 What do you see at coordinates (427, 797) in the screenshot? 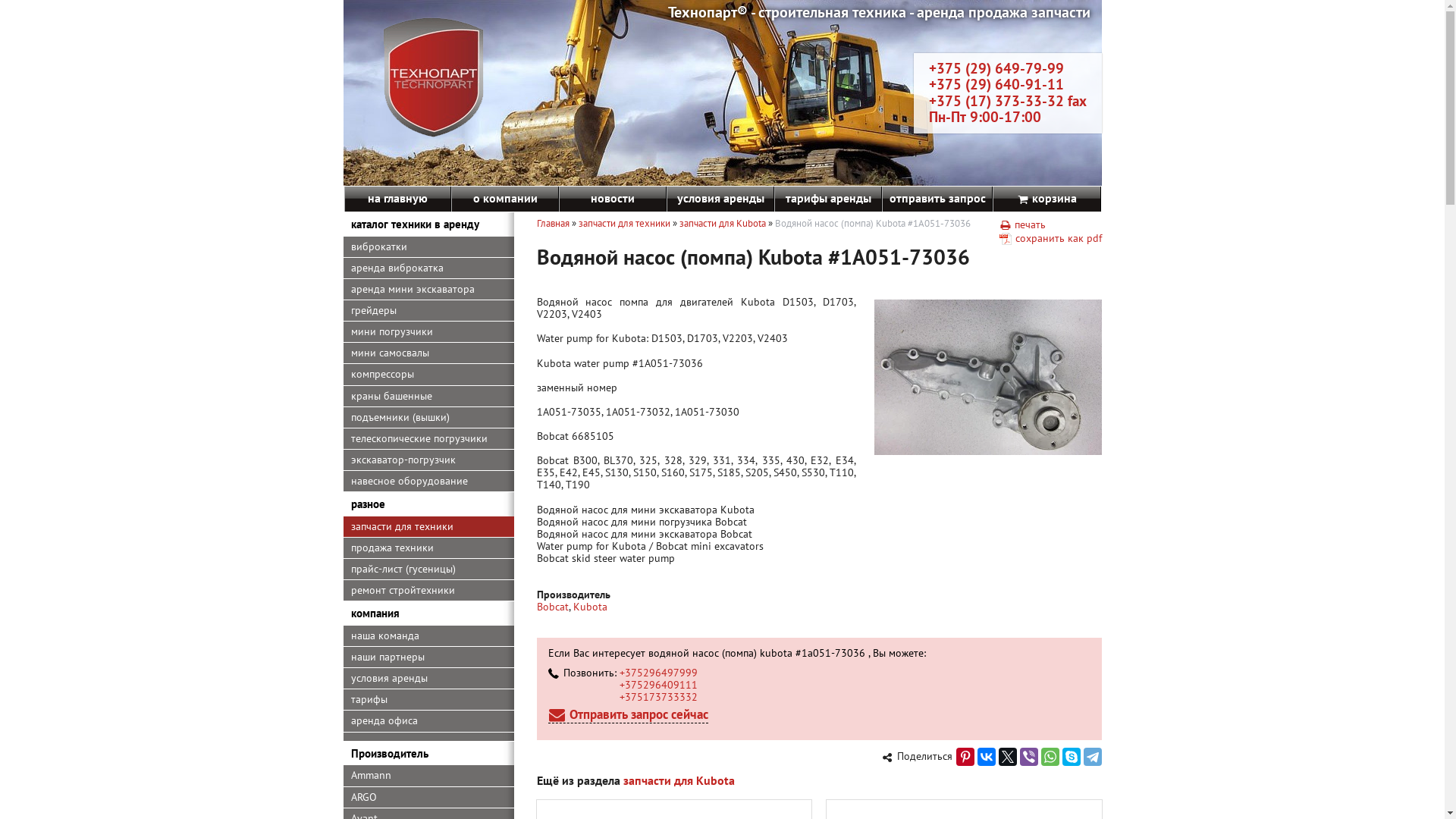
I see `'ARGO'` at bounding box center [427, 797].